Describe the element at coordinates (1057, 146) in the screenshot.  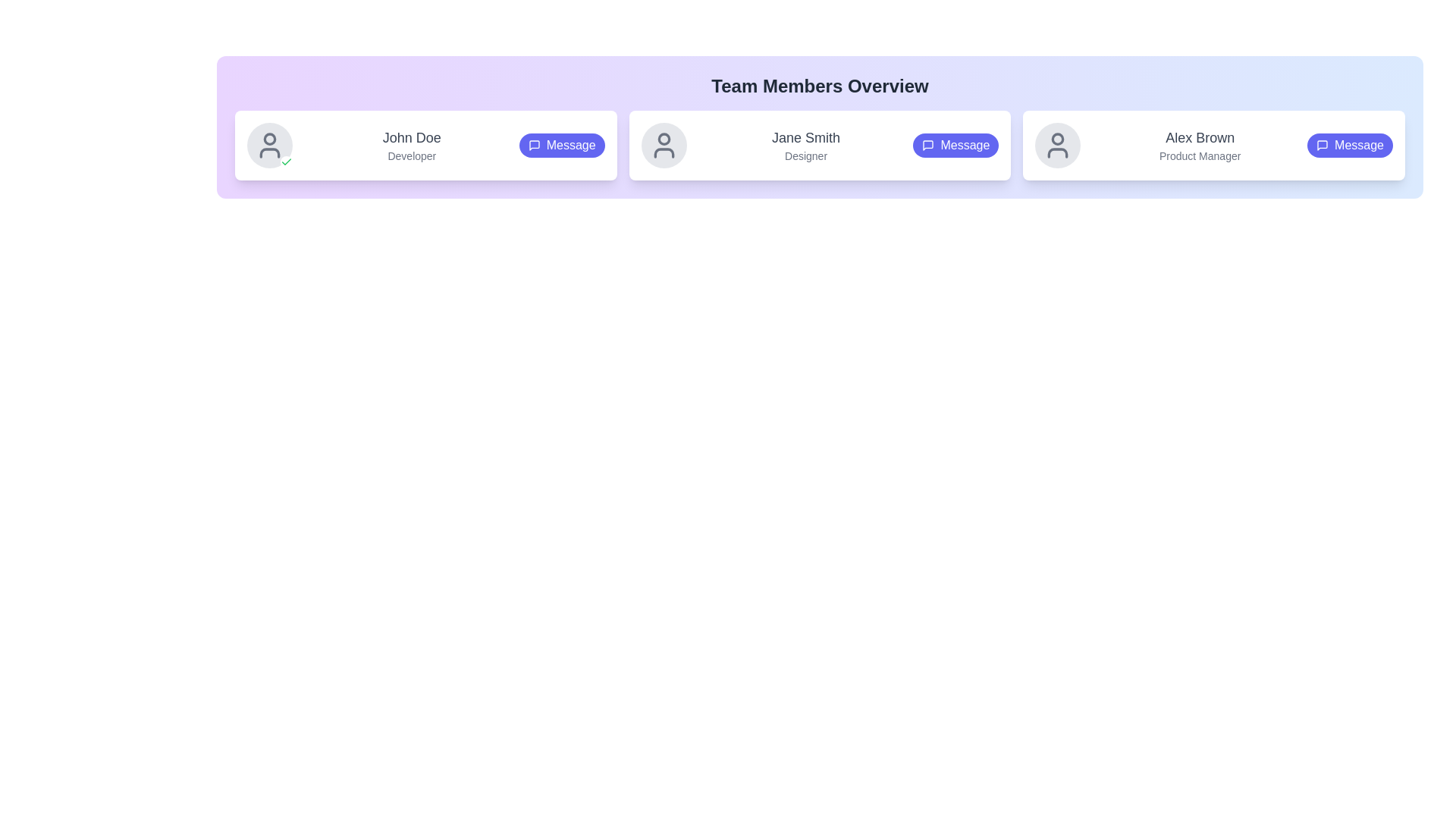
I see `the circular Avatar icon with a generic user silhouette located in the panel for 'Alex Brown', which is part of the 'Team Members Overview'` at that location.